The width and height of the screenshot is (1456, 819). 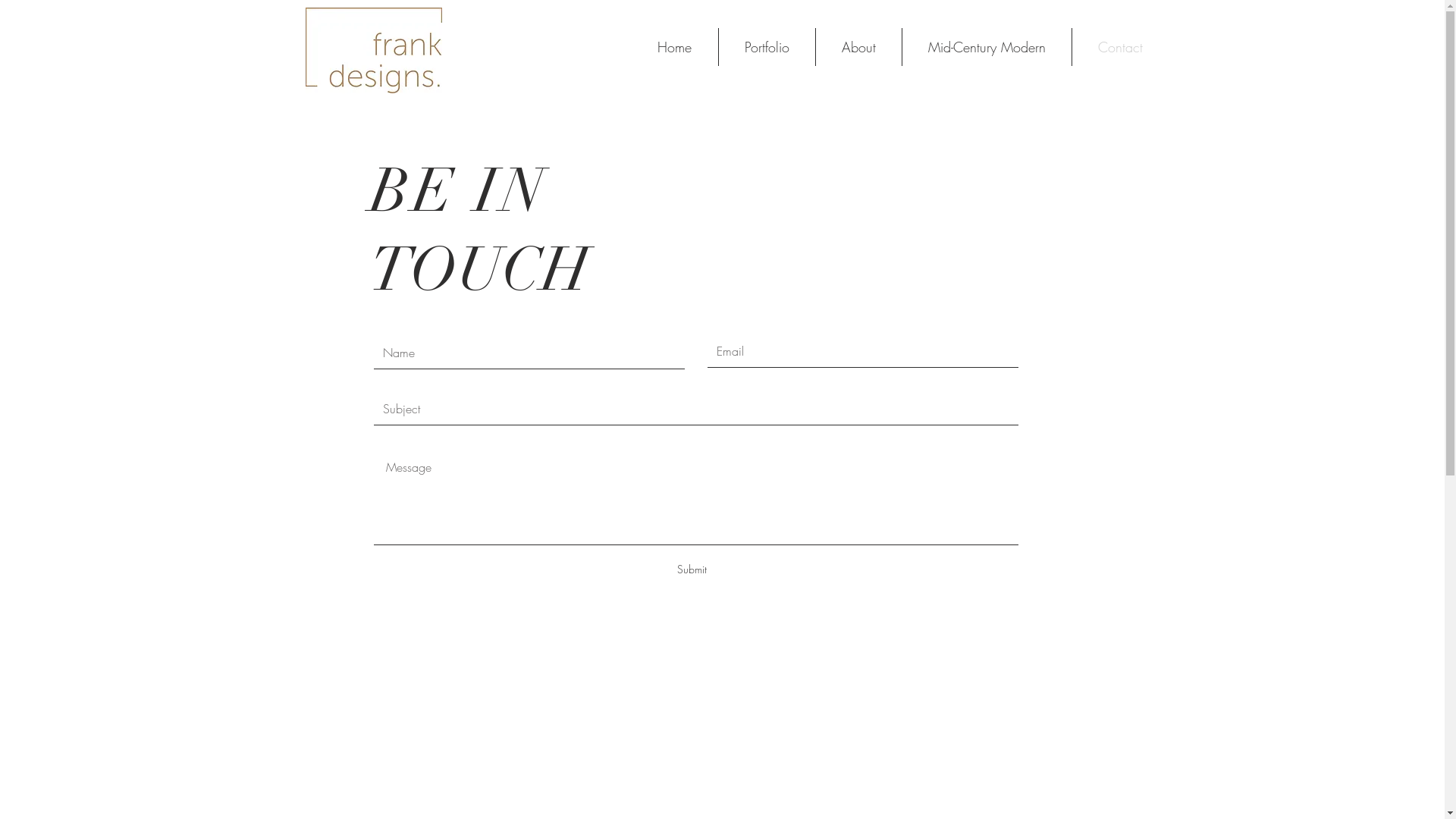 I want to click on 'About', so click(x=858, y=45).